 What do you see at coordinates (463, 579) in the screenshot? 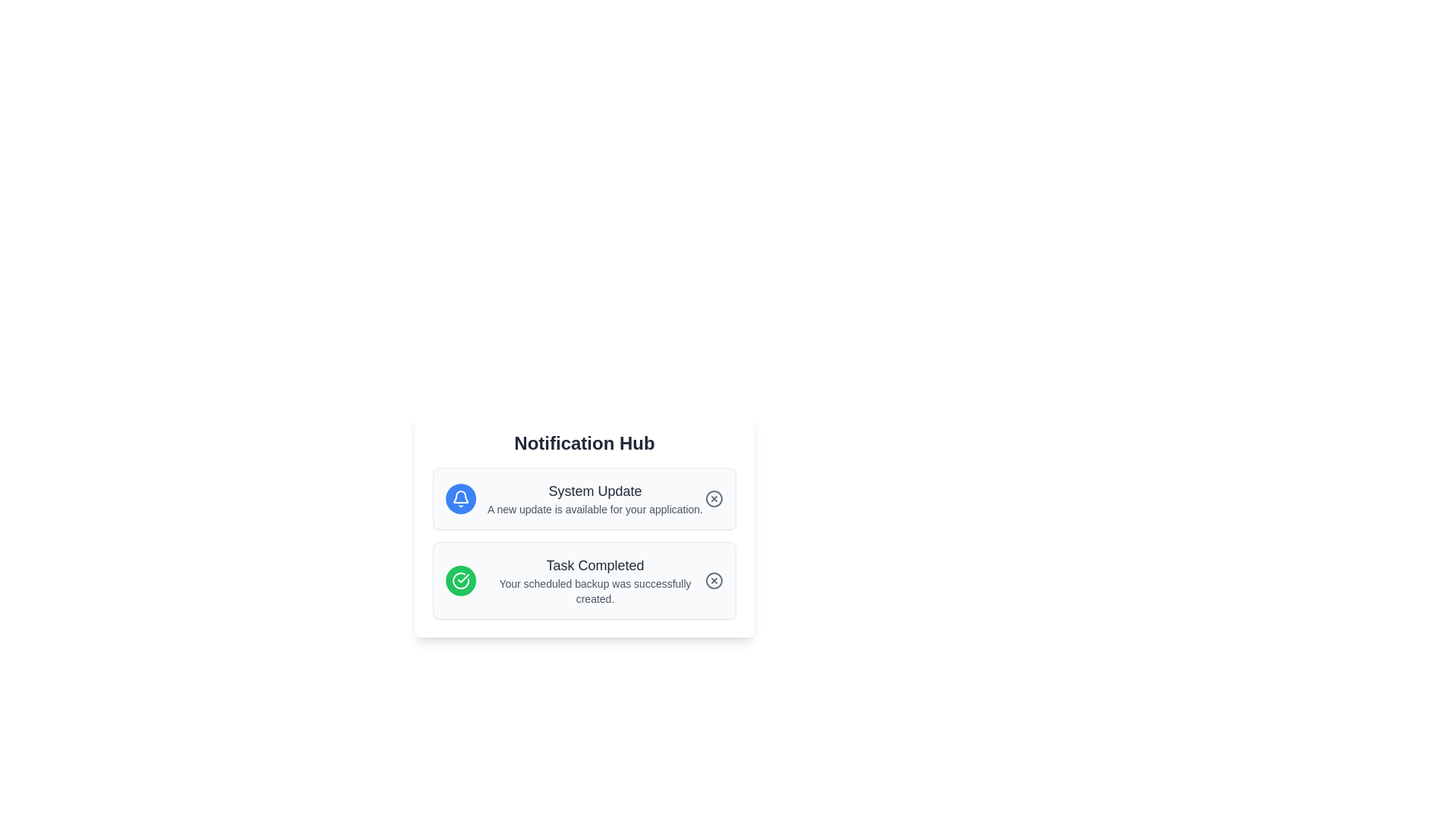
I see `the status icon indicating that the task is completed or confirmed, which is the second notification item in the notification hub panel` at bounding box center [463, 579].